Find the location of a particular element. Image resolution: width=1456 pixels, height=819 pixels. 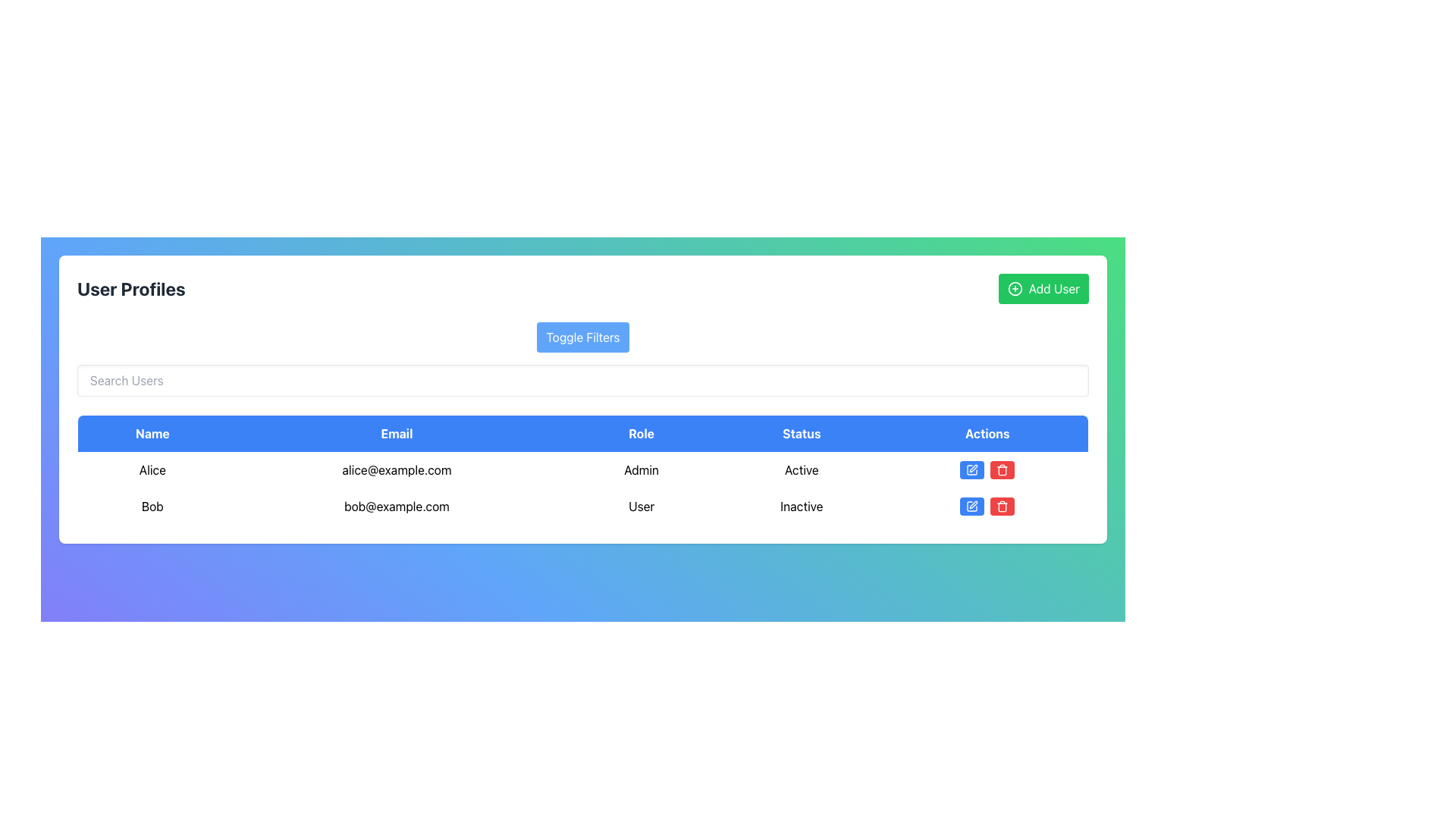

the edit button in the Actions column for the user 'Alice' to modify user information is located at coordinates (987, 469).